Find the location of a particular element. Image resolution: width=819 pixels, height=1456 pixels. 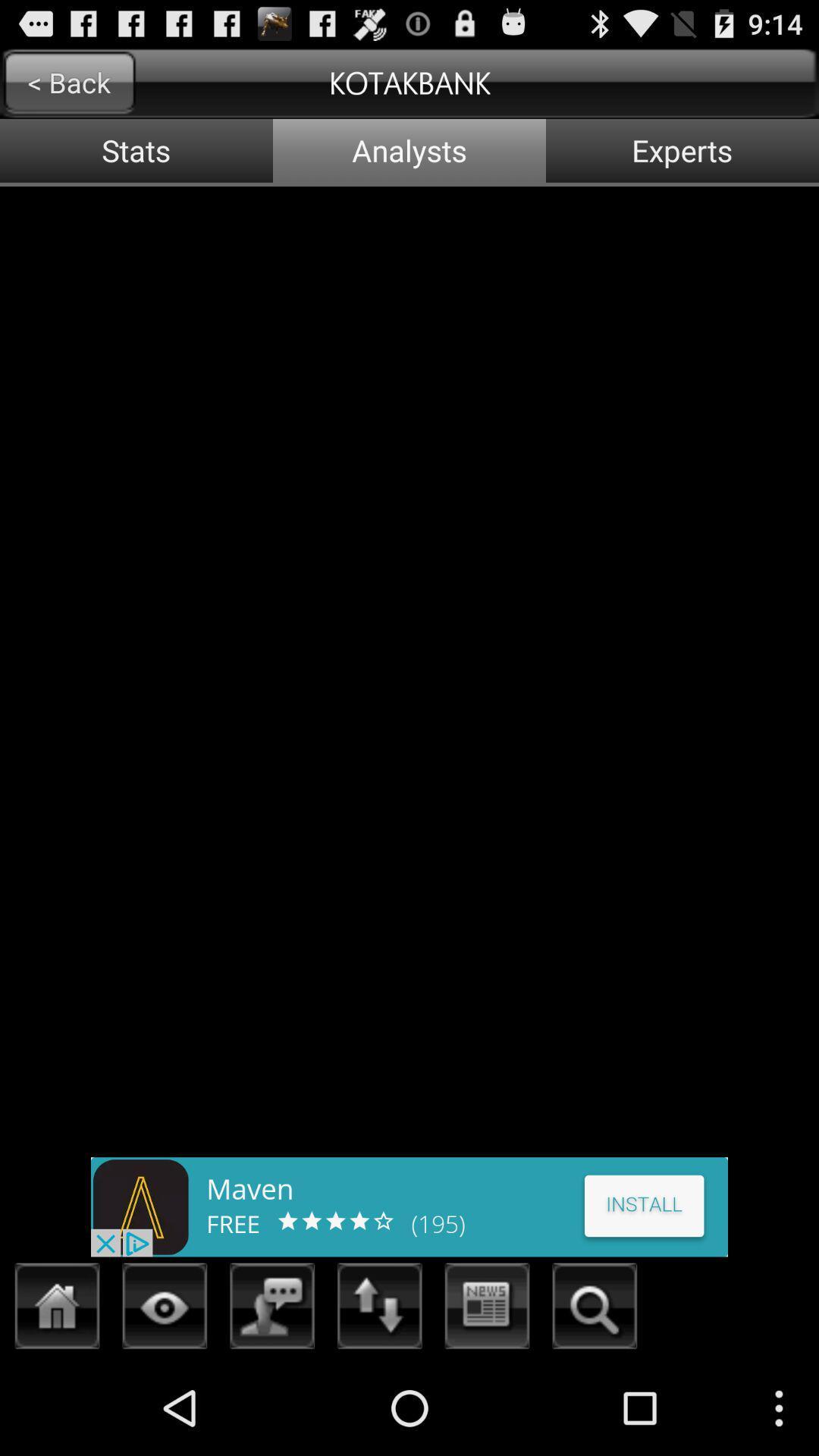

shows update infomation about app is located at coordinates (488, 1310).